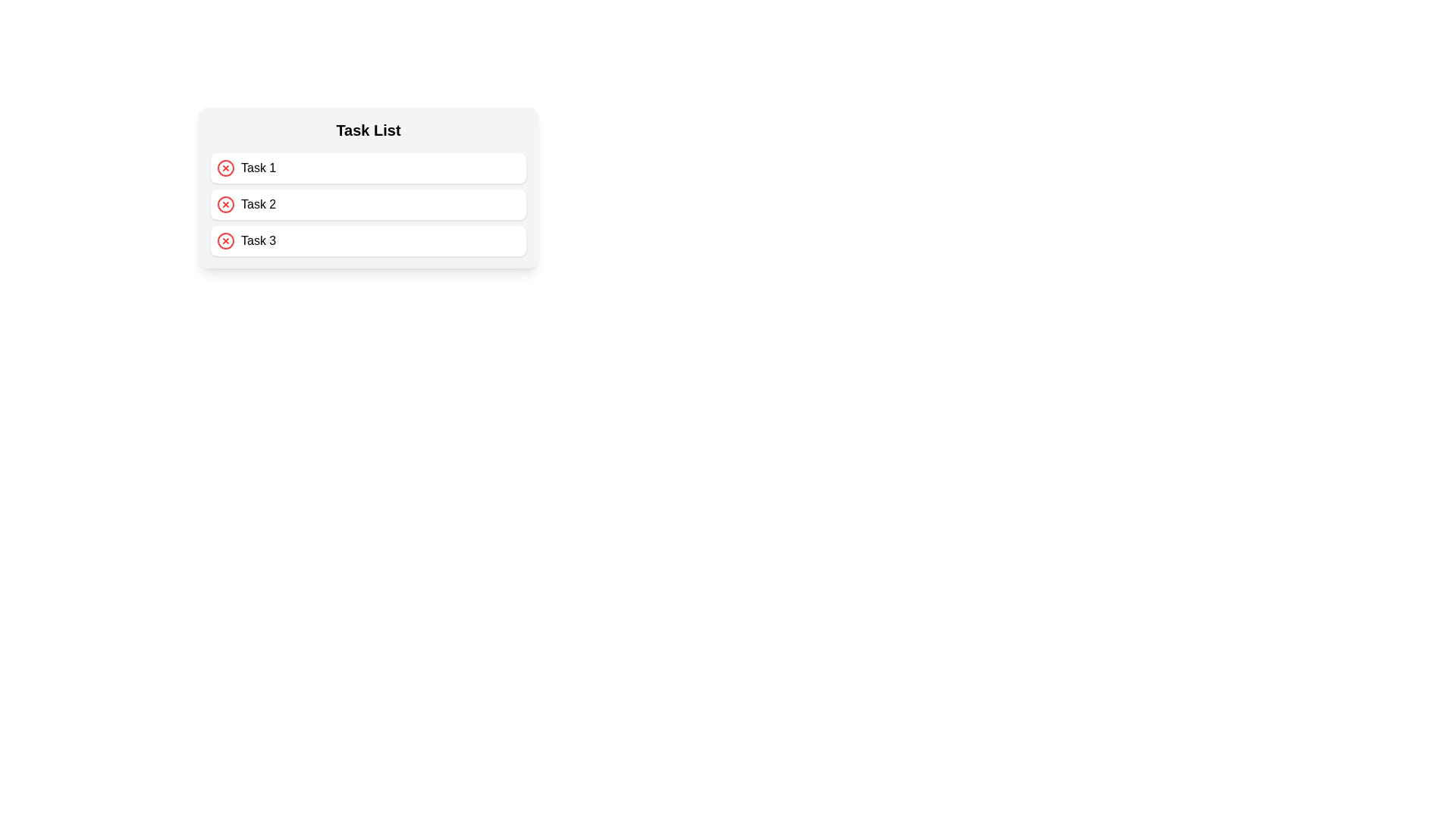 This screenshot has width=1456, height=819. I want to click on the inner circle of the delete icon for the second task in the vertical task list, so click(224, 205).